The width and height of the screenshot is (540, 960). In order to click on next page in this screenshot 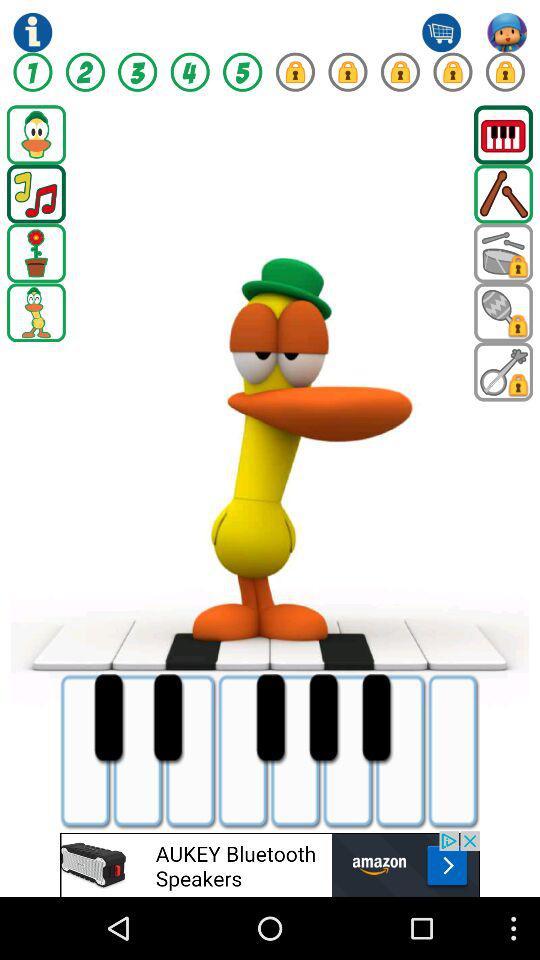, I will do `click(502, 312)`.